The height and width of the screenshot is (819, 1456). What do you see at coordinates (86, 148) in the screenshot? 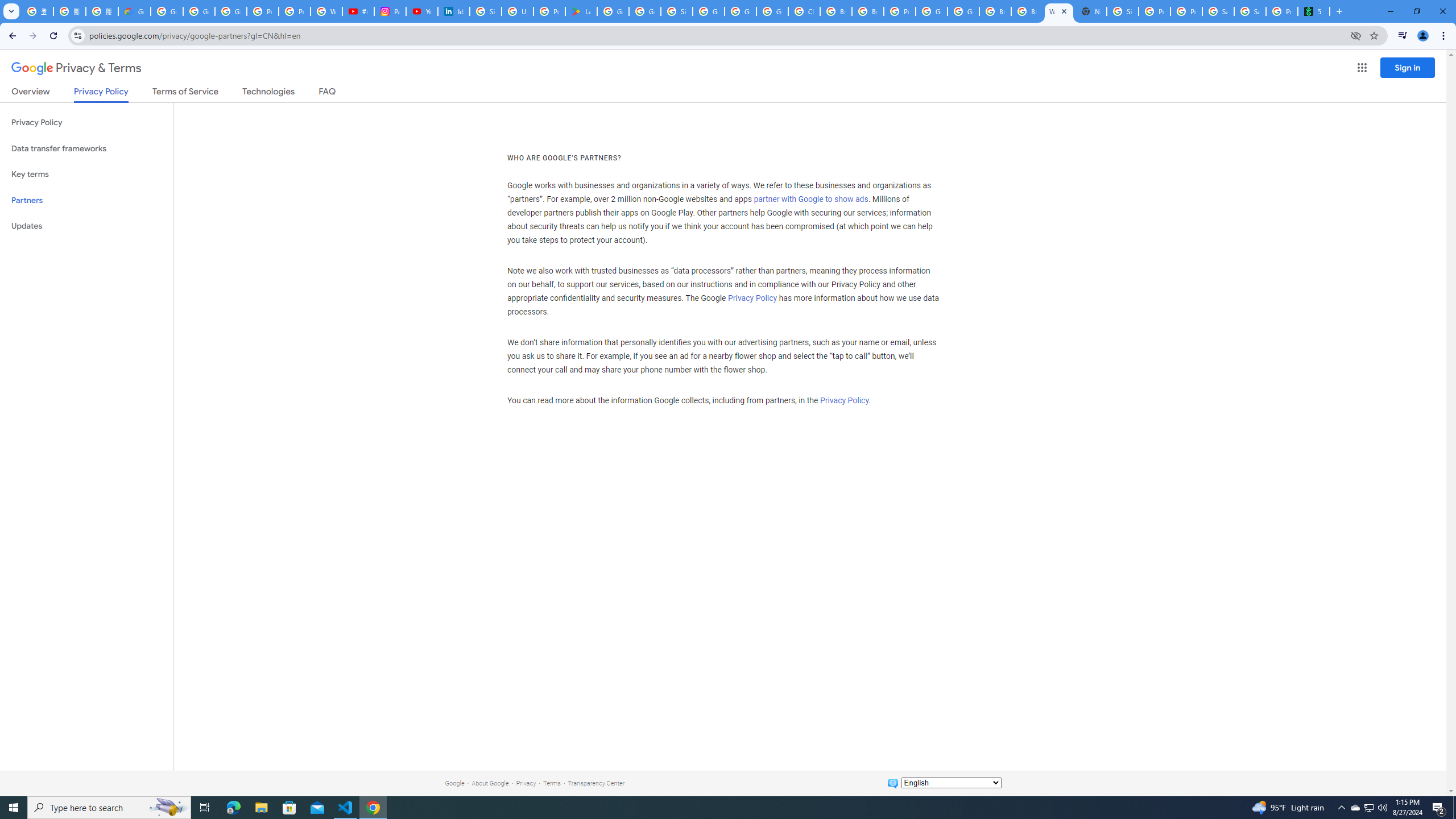
I see `'Data transfer frameworks'` at bounding box center [86, 148].